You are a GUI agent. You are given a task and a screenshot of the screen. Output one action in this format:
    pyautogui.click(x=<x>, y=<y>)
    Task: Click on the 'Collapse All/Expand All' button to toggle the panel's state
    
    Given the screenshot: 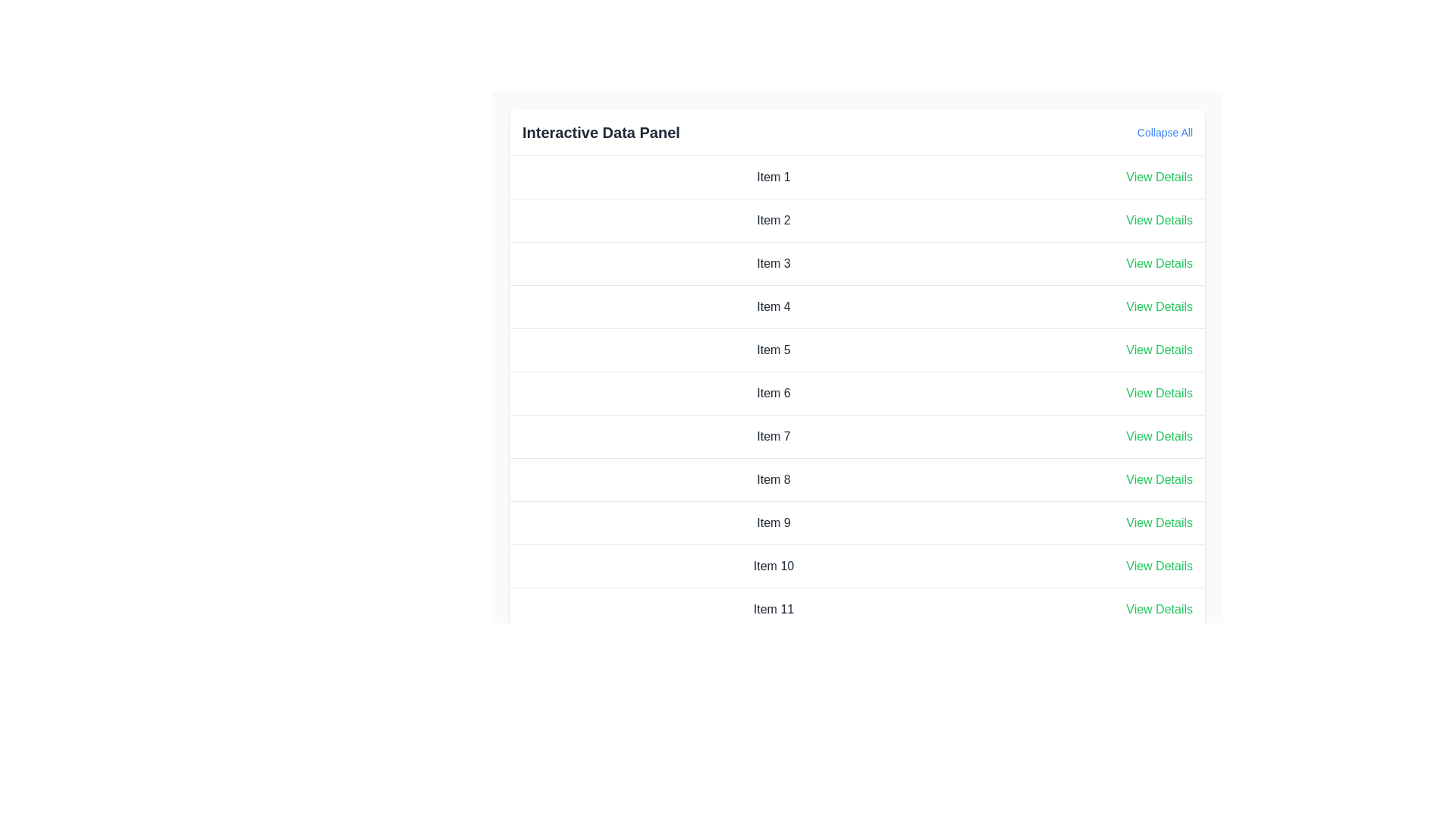 What is the action you would take?
    pyautogui.click(x=1164, y=131)
    